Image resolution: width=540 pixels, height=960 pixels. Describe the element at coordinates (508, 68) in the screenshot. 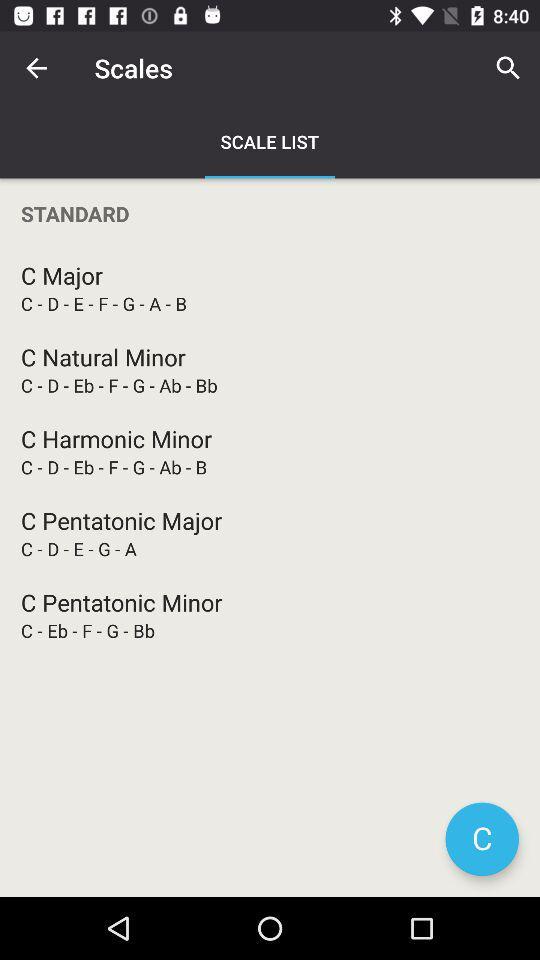

I see `icon next to scales icon` at that location.